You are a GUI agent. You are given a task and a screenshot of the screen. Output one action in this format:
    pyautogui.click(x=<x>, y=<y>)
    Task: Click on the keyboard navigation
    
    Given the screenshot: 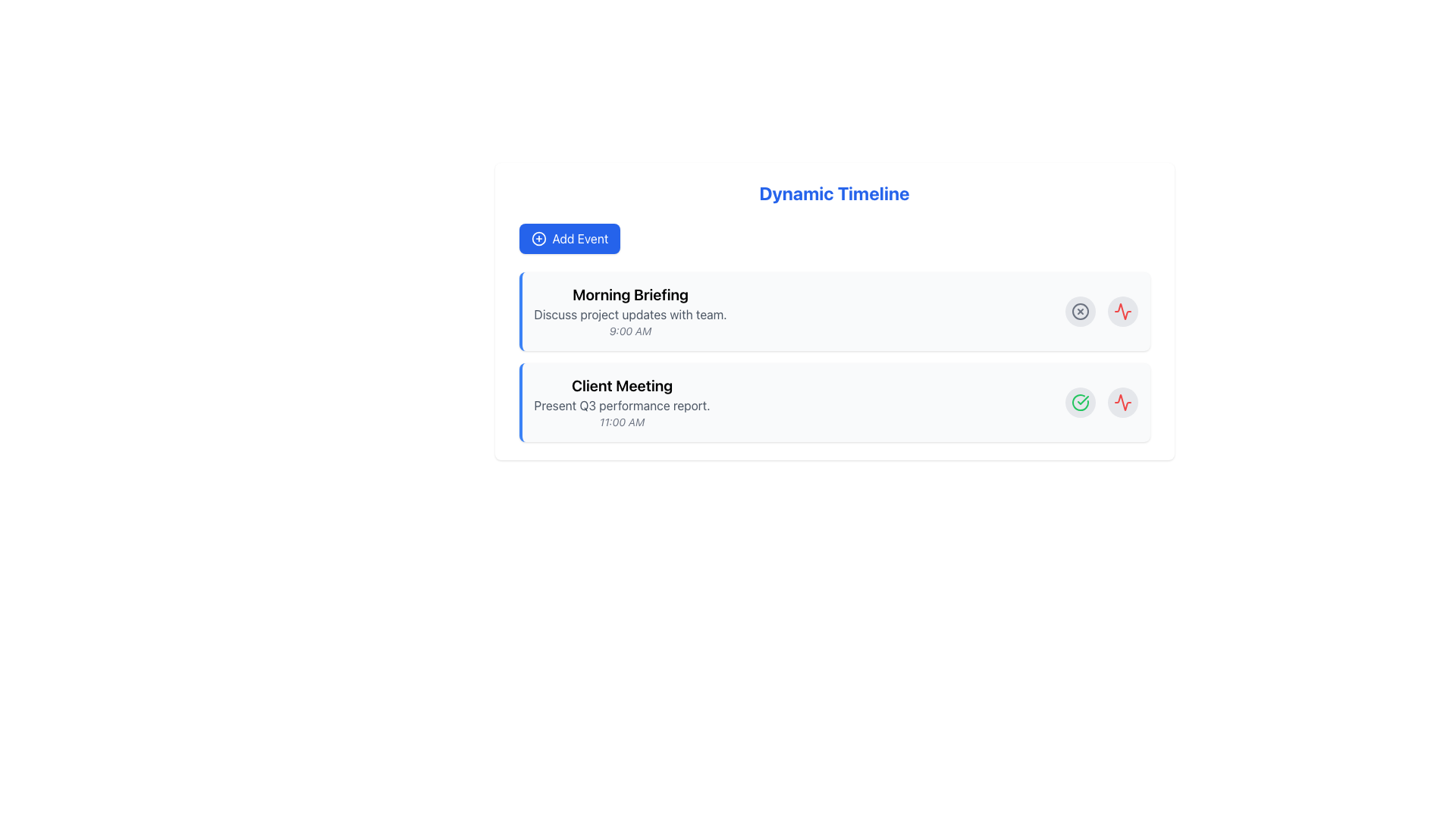 What is the action you would take?
    pyautogui.click(x=569, y=239)
    